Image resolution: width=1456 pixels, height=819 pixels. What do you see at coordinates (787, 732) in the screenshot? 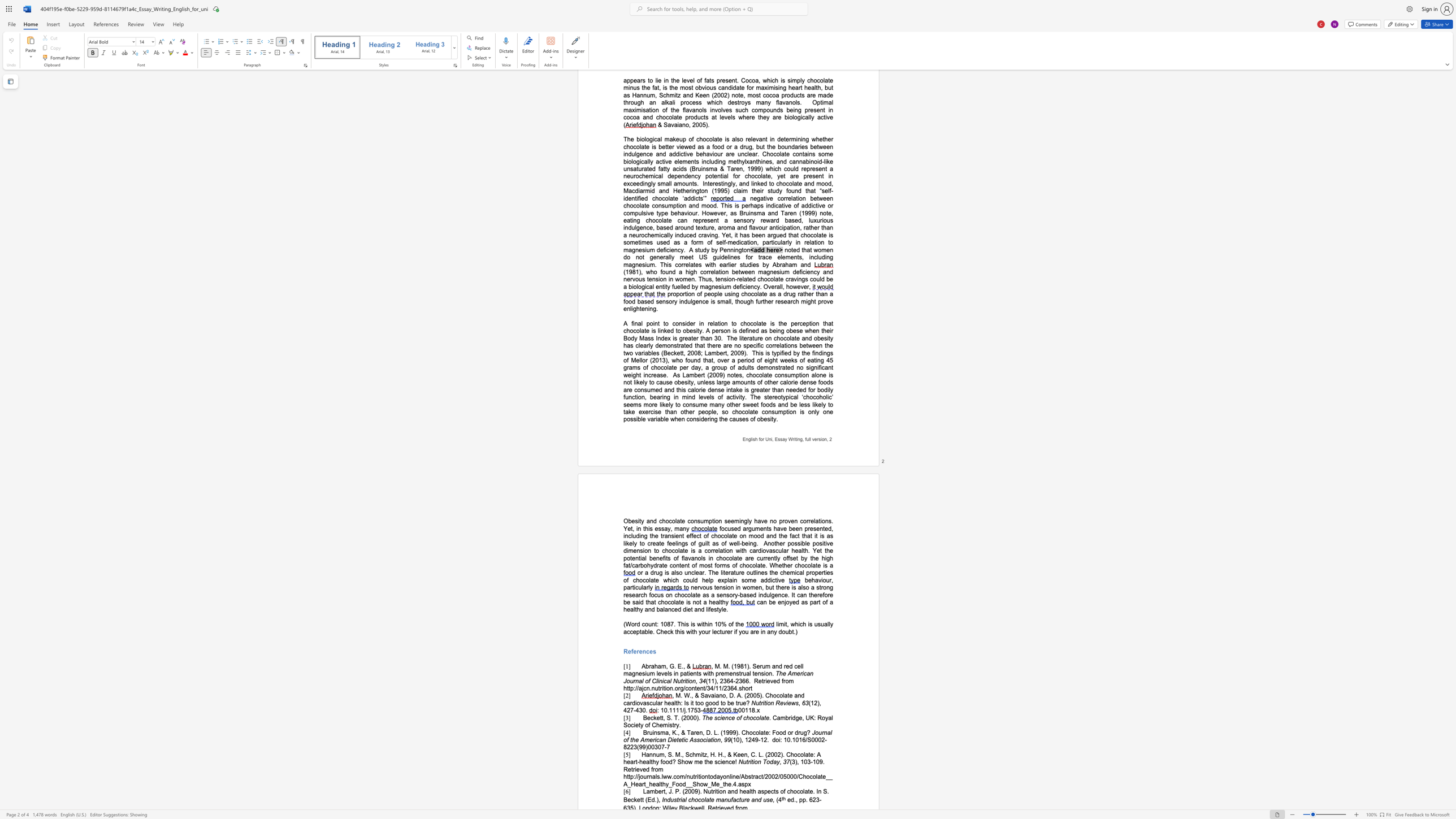
I see `the subset text "or drug" within the text "Bruinsma, K., & Taren, D. L. (1999). Chocolate: Food or drug?"` at bounding box center [787, 732].